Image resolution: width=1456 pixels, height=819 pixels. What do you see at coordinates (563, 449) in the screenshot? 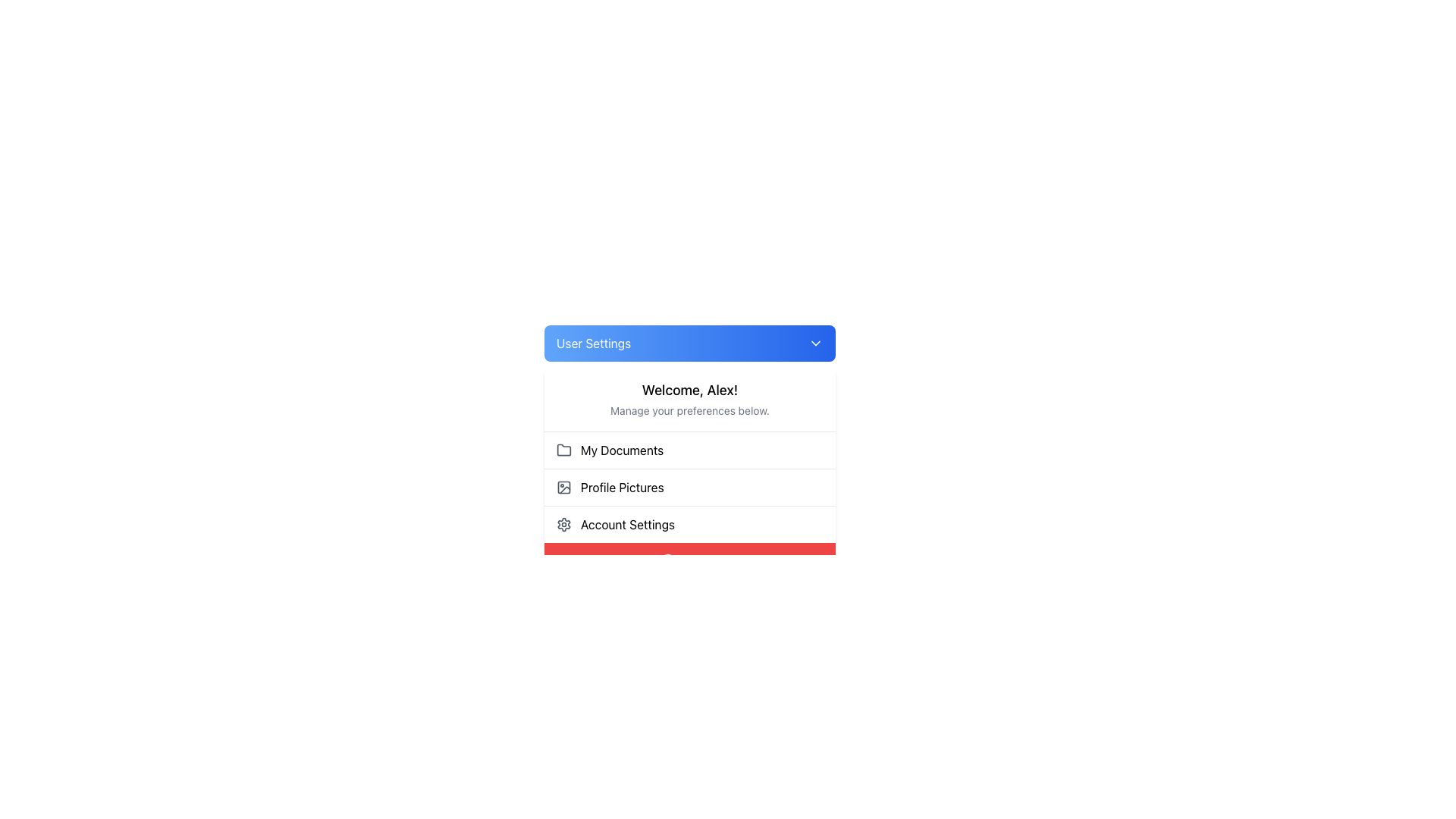
I see `the small gray folder-shaped icon located to the left of the 'My Documents' list item, which is the first icon in the vertical list` at bounding box center [563, 449].